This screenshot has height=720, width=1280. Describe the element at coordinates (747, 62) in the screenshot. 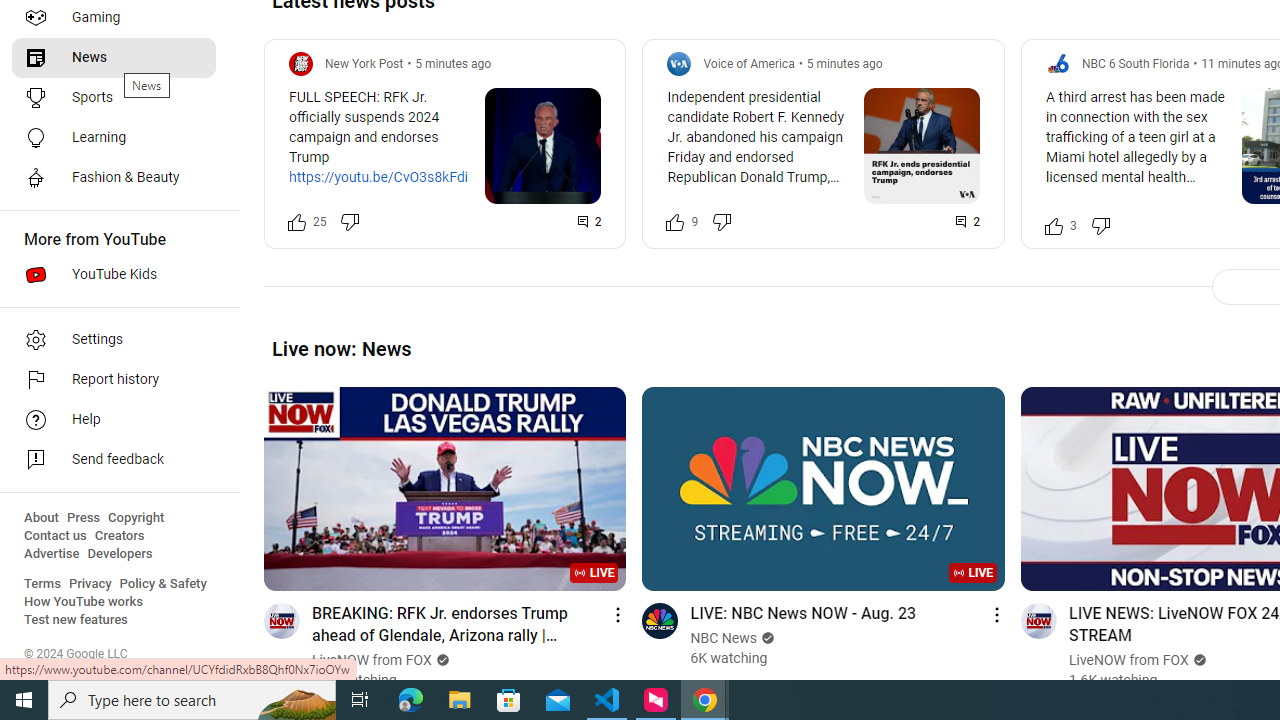

I see `'Voice of America'` at that location.